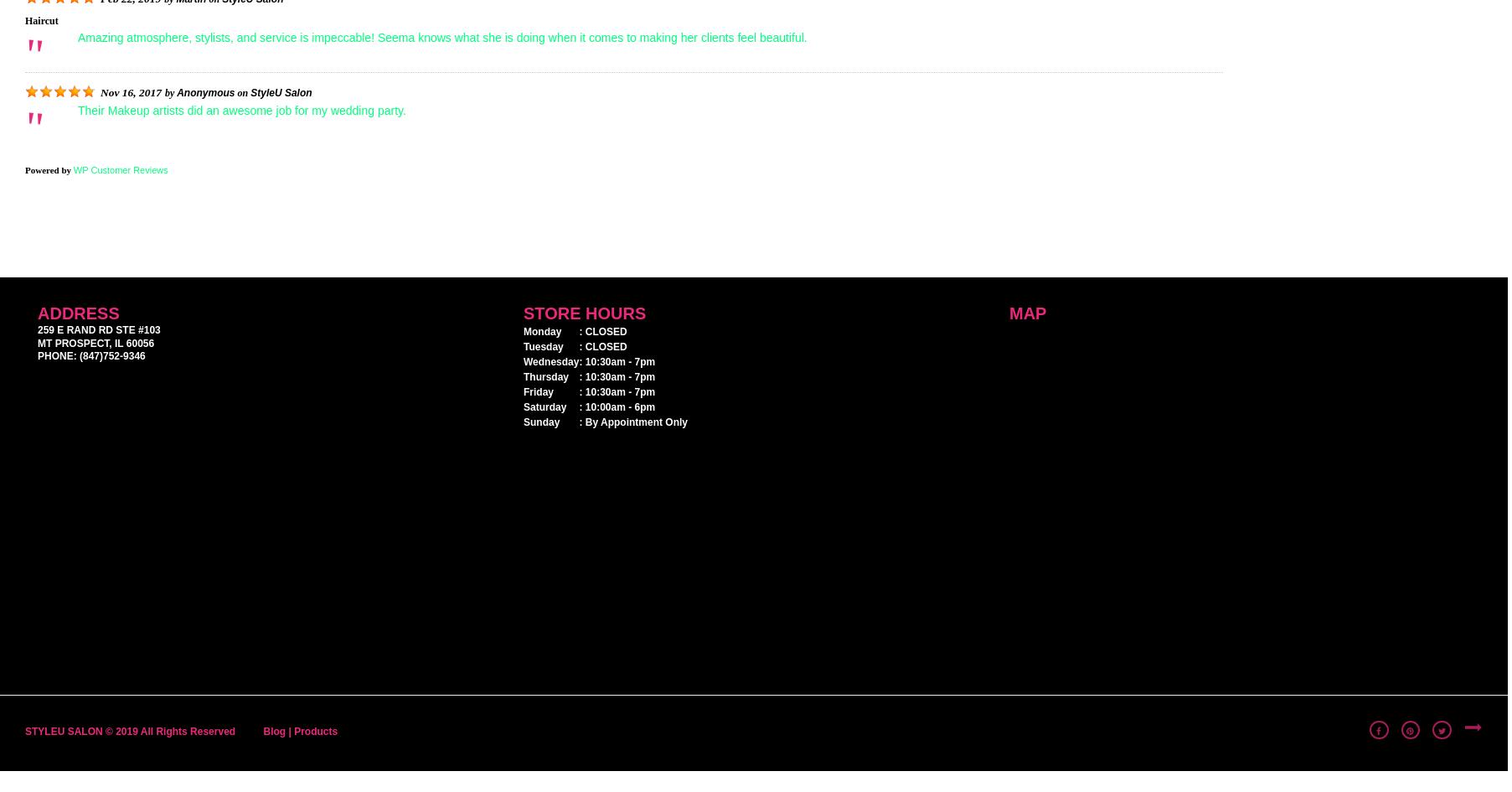 The width and height of the screenshot is (1512, 792). I want to click on 'Map', so click(1027, 311).